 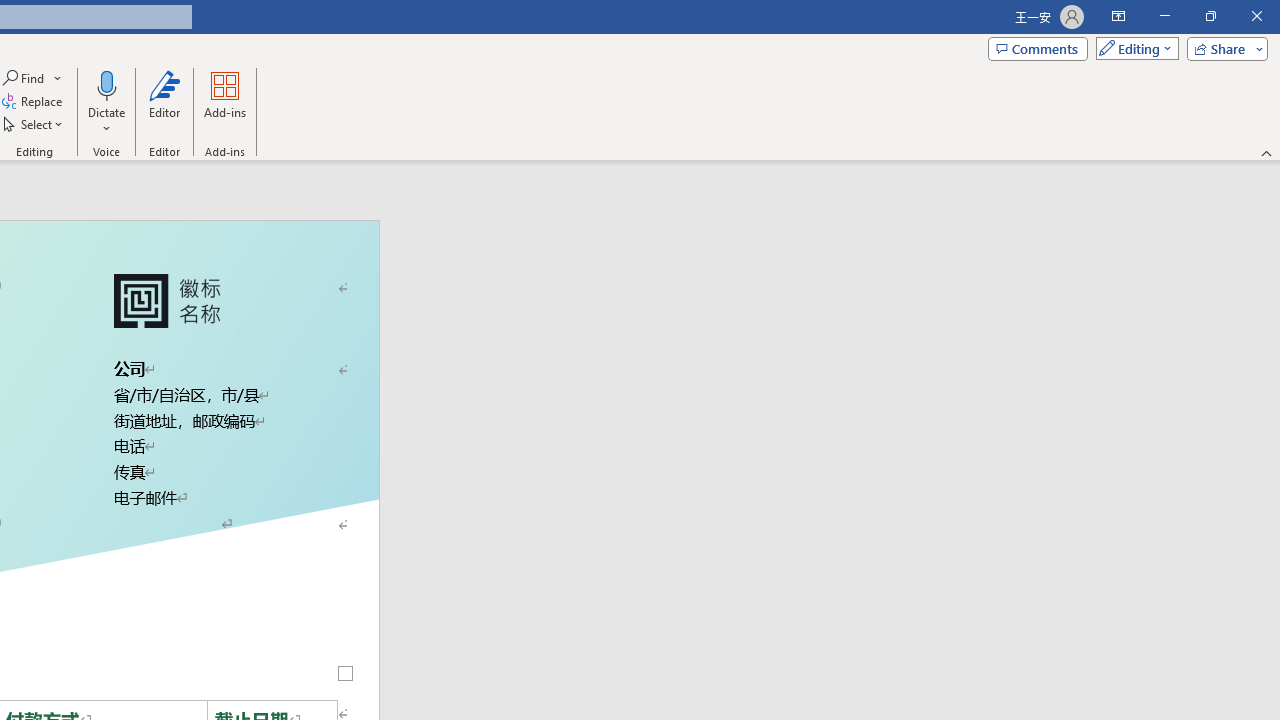 What do you see at coordinates (1255, 16) in the screenshot?
I see `'Close'` at bounding box center [1255, 16].